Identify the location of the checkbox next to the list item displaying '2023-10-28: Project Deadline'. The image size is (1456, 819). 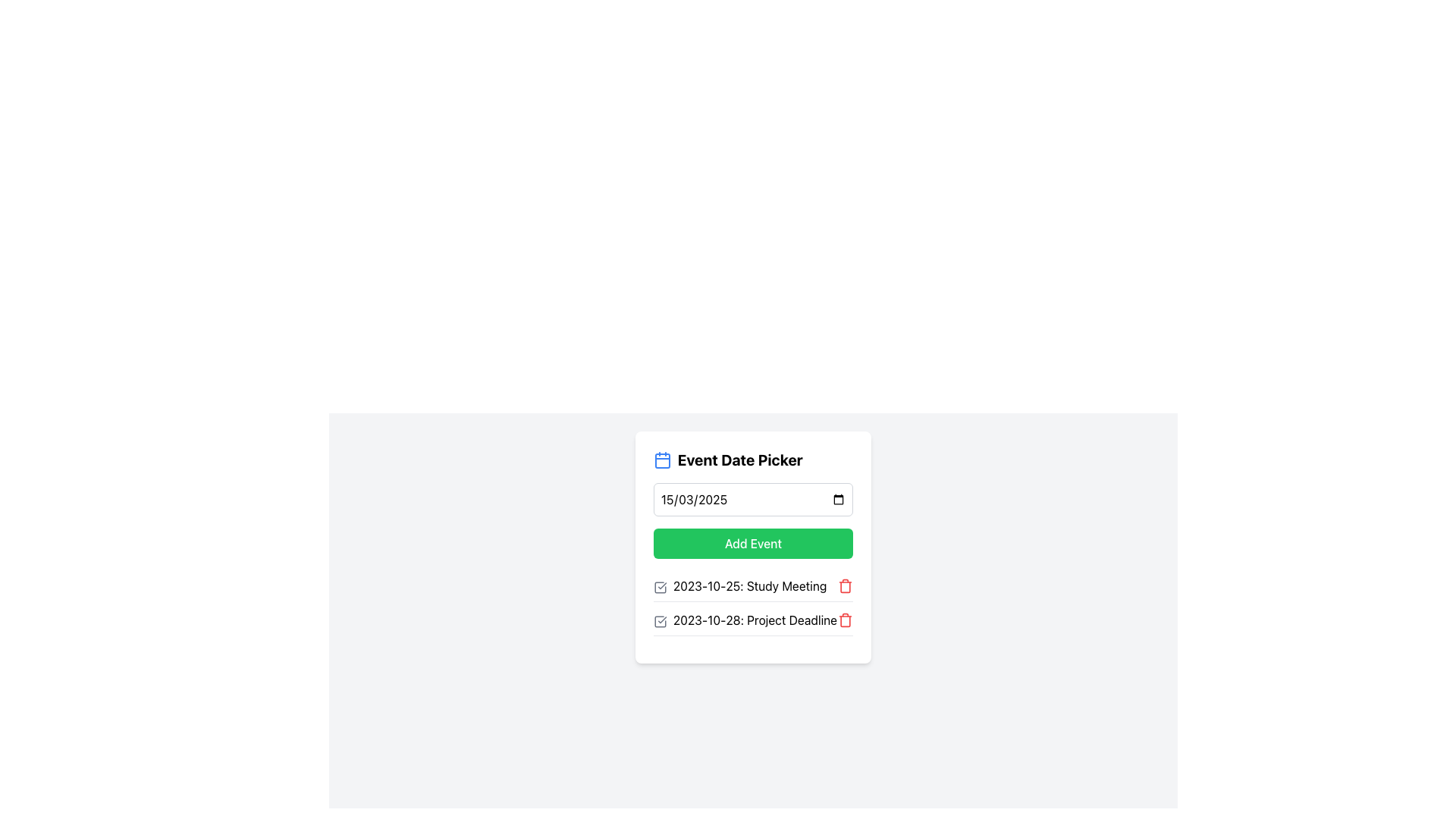
(745, 620).